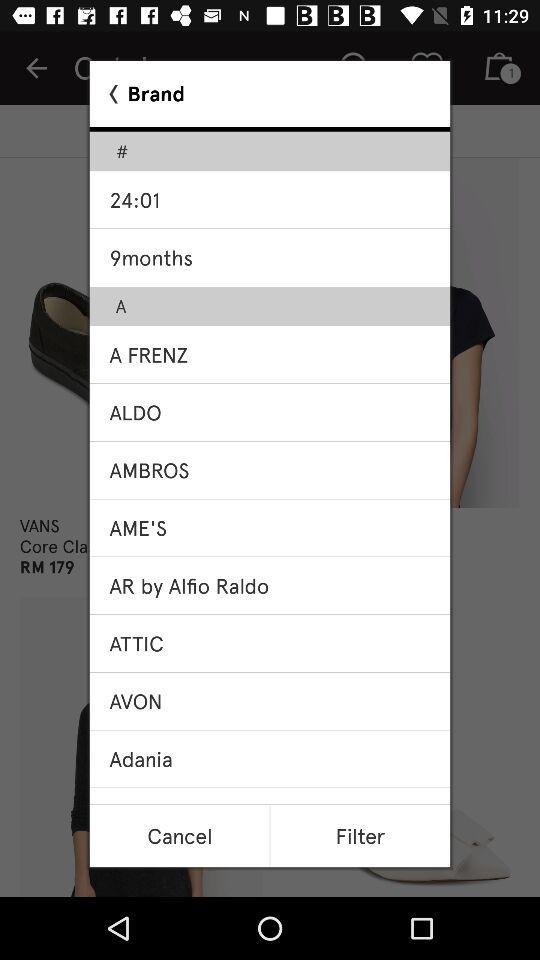 The height and width of the screenshot is (960, 540). Describe the element at coordinates (359, 836) in the screenshot. I see `the filter item` at that location.